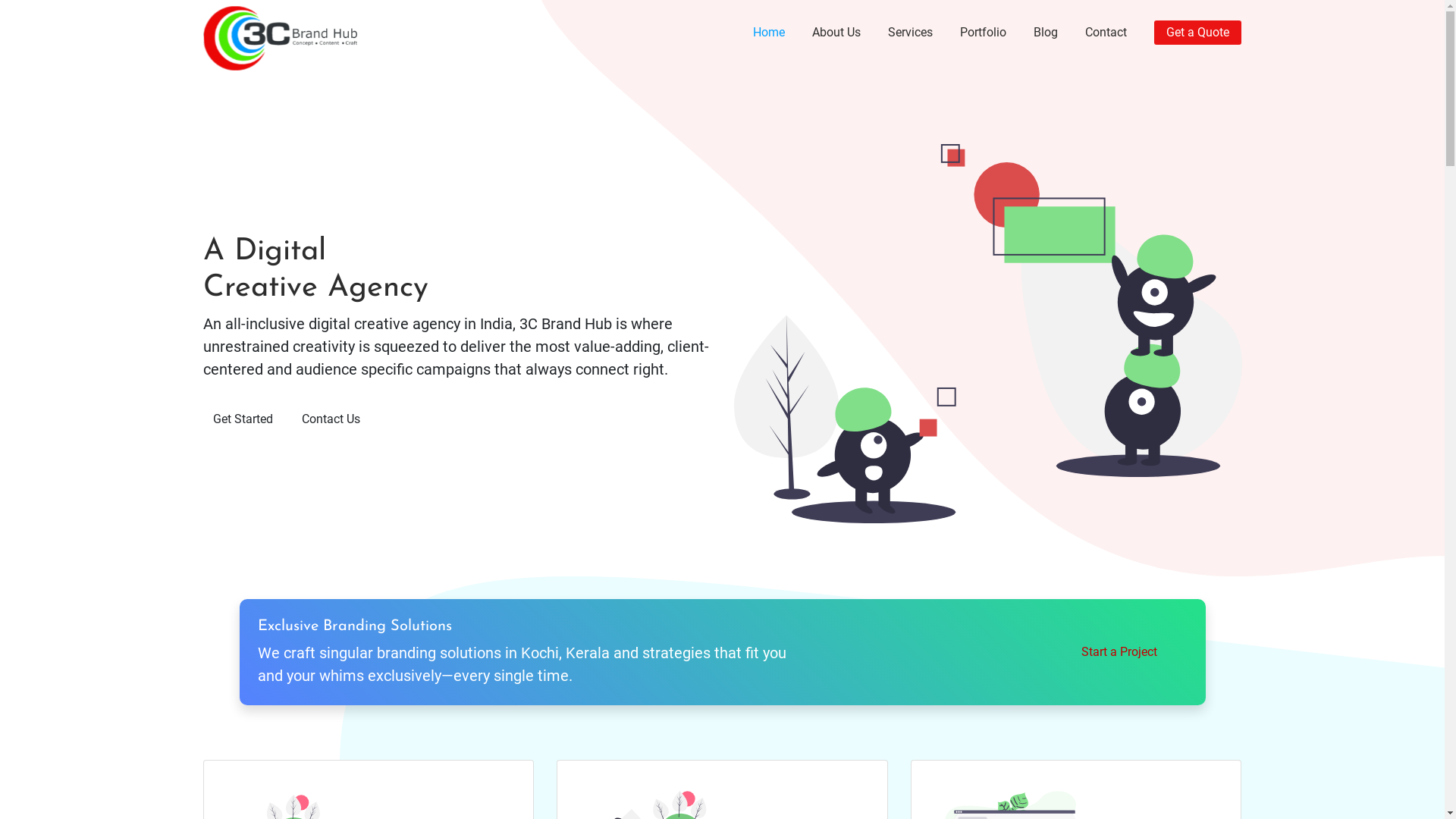 This screenshot has width=1456, height=819. What do you see at coordinates (910, 32) in the screenshot?
I see `'Services'` at bounding box center [910, 32].